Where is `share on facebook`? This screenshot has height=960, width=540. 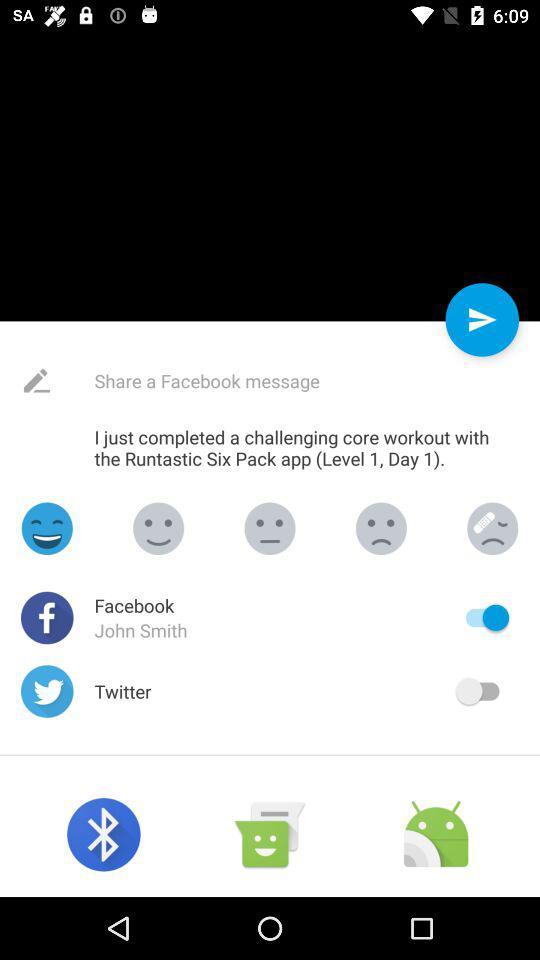 share on facebook is located at coordinates (254, 380).